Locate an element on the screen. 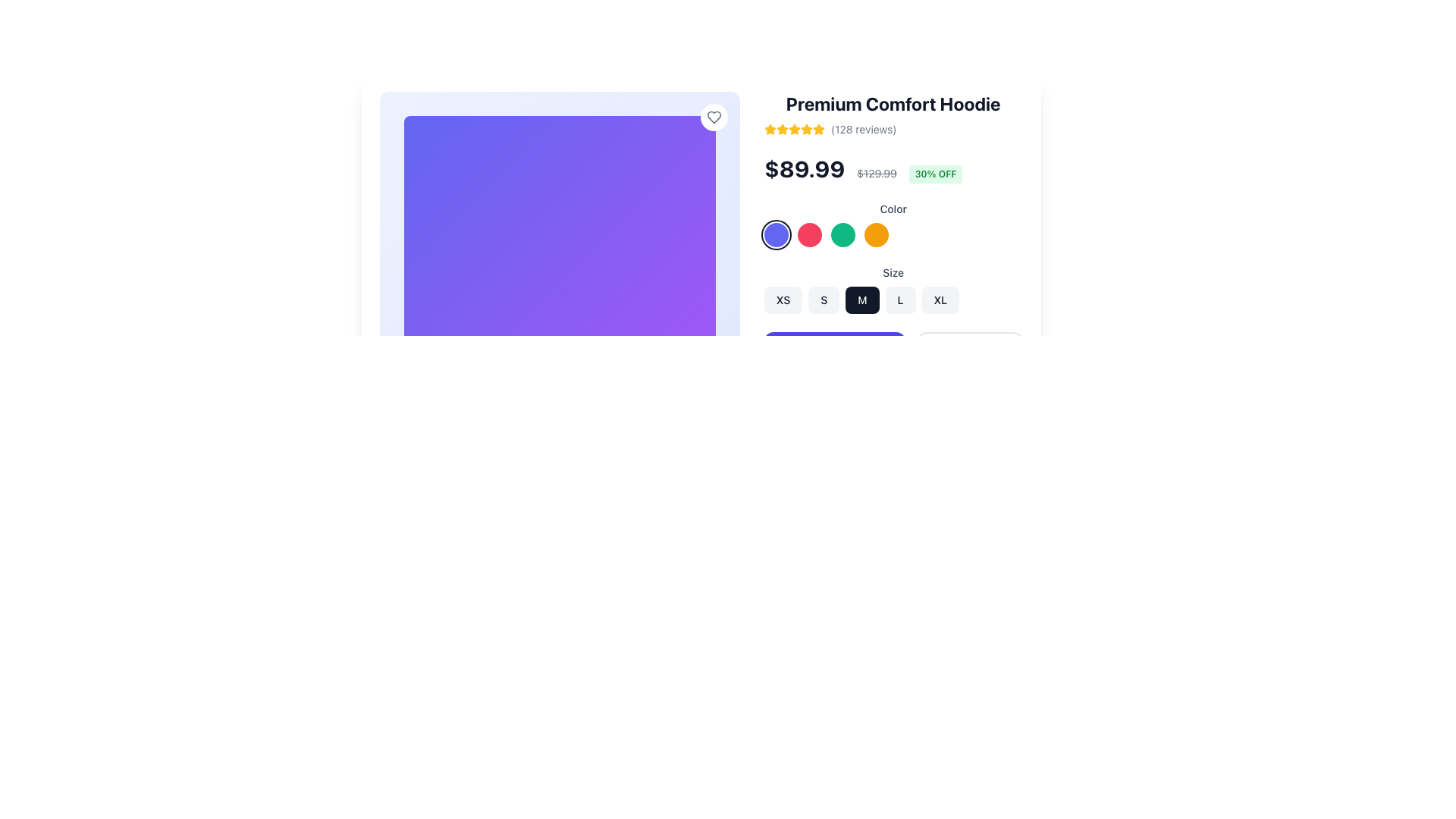  the heart-shaped 'like' button located in the upper-right corner of the product image area is located at coordinates (713, 116).